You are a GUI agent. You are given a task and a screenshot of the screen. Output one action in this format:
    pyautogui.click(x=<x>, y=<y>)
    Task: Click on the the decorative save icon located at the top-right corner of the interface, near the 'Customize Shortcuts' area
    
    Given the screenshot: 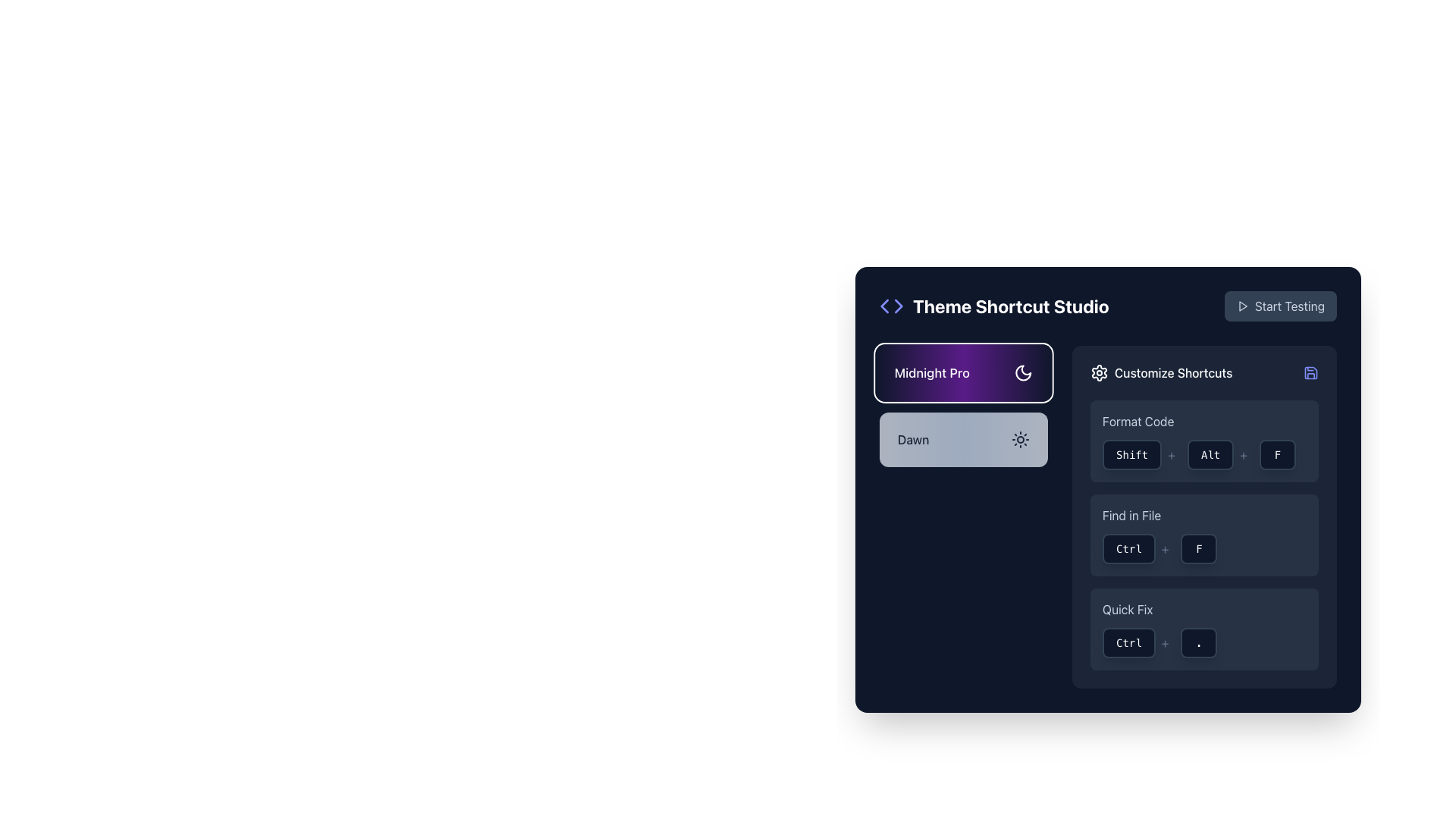 What is the action you would take?
    pyautogui.click(x=1310, y=373)
    